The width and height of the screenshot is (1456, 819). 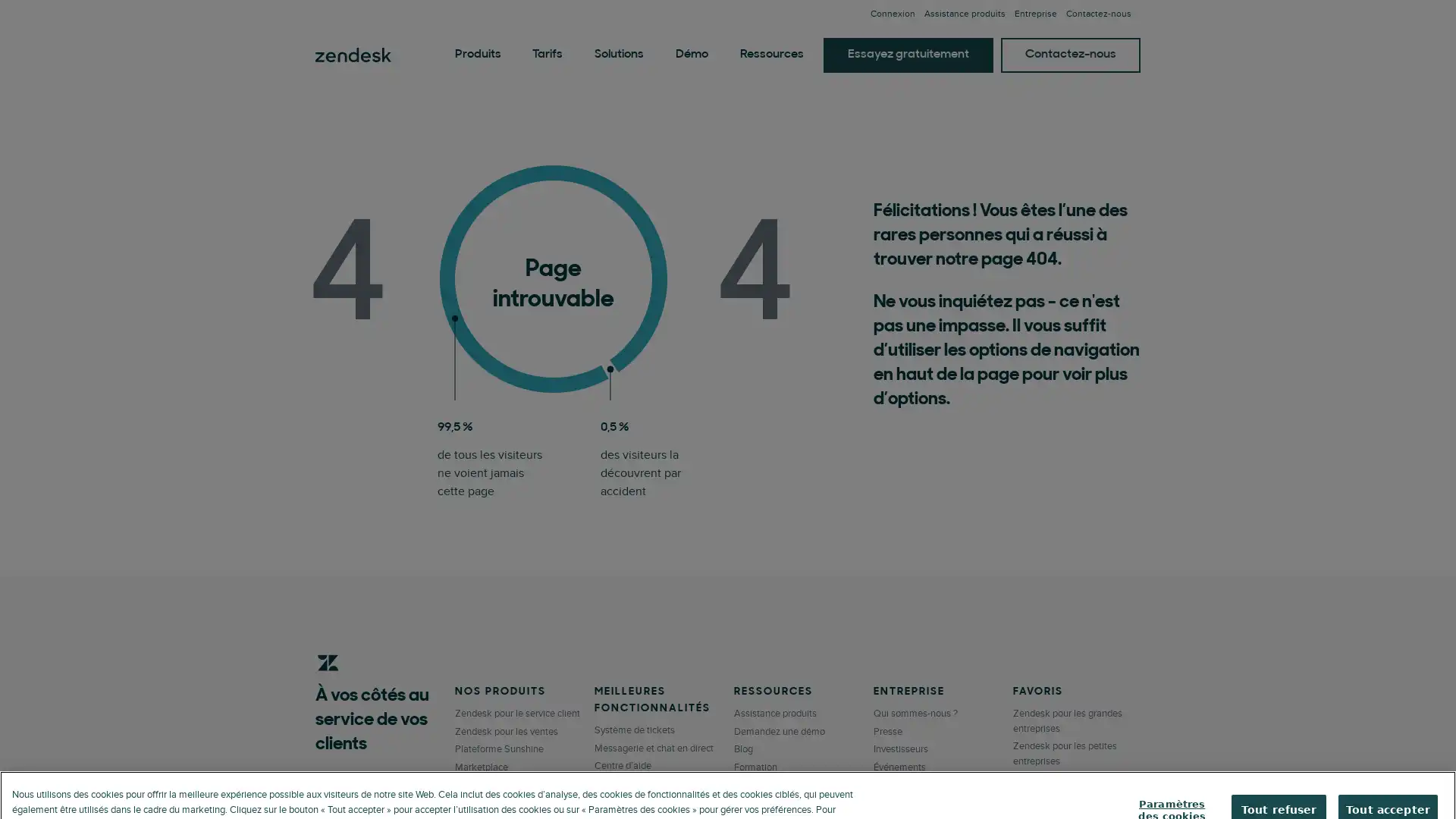 What do you see at coordinates (1282, 779) in the screenshot?
I see `Tout refuser` at bounding box center [1282, 779].